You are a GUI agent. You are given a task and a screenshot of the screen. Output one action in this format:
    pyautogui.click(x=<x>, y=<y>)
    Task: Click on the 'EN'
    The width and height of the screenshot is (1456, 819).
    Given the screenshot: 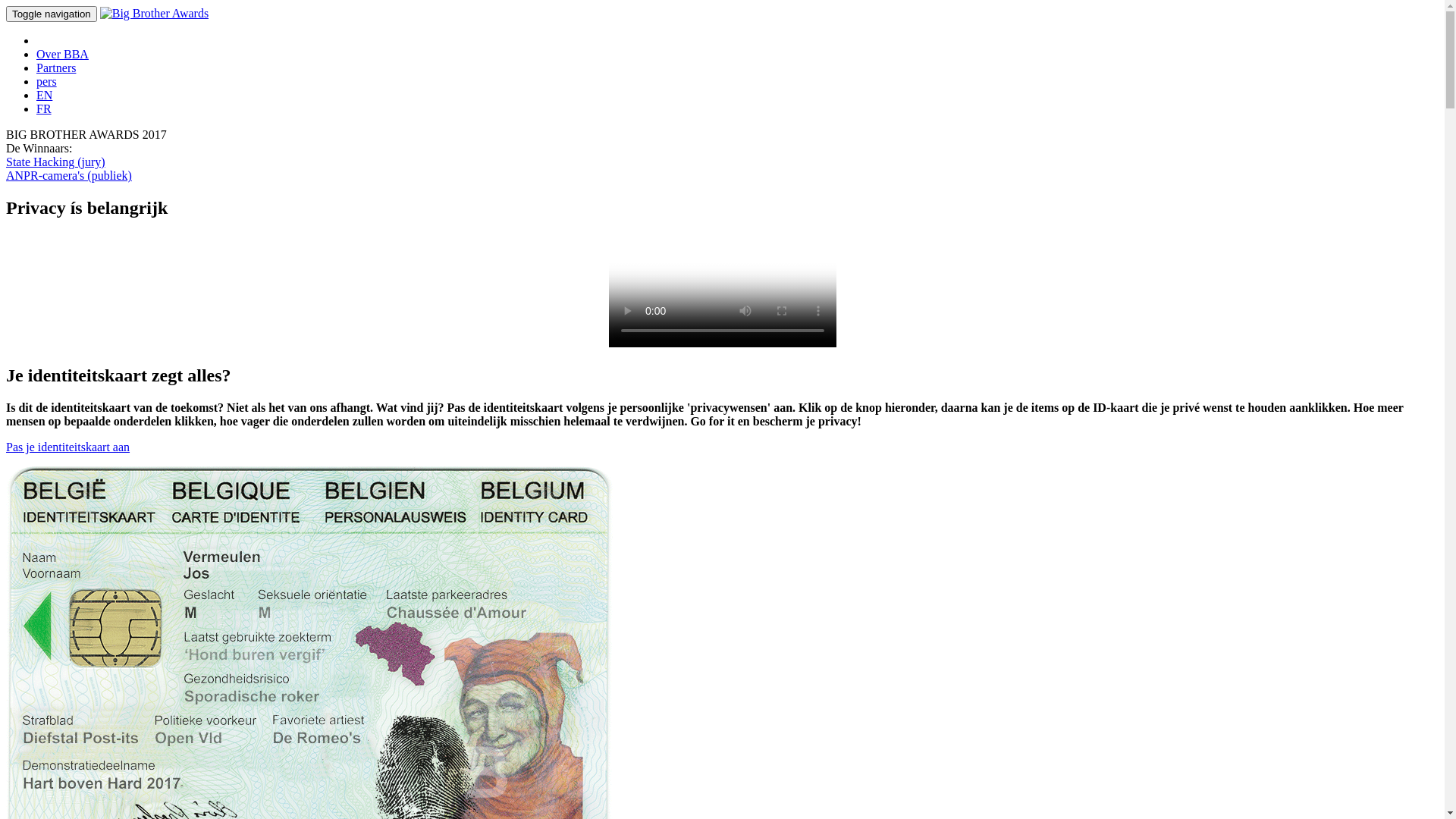 What is the action you would take?
    pyautogui.click(x=44, y=95)
    